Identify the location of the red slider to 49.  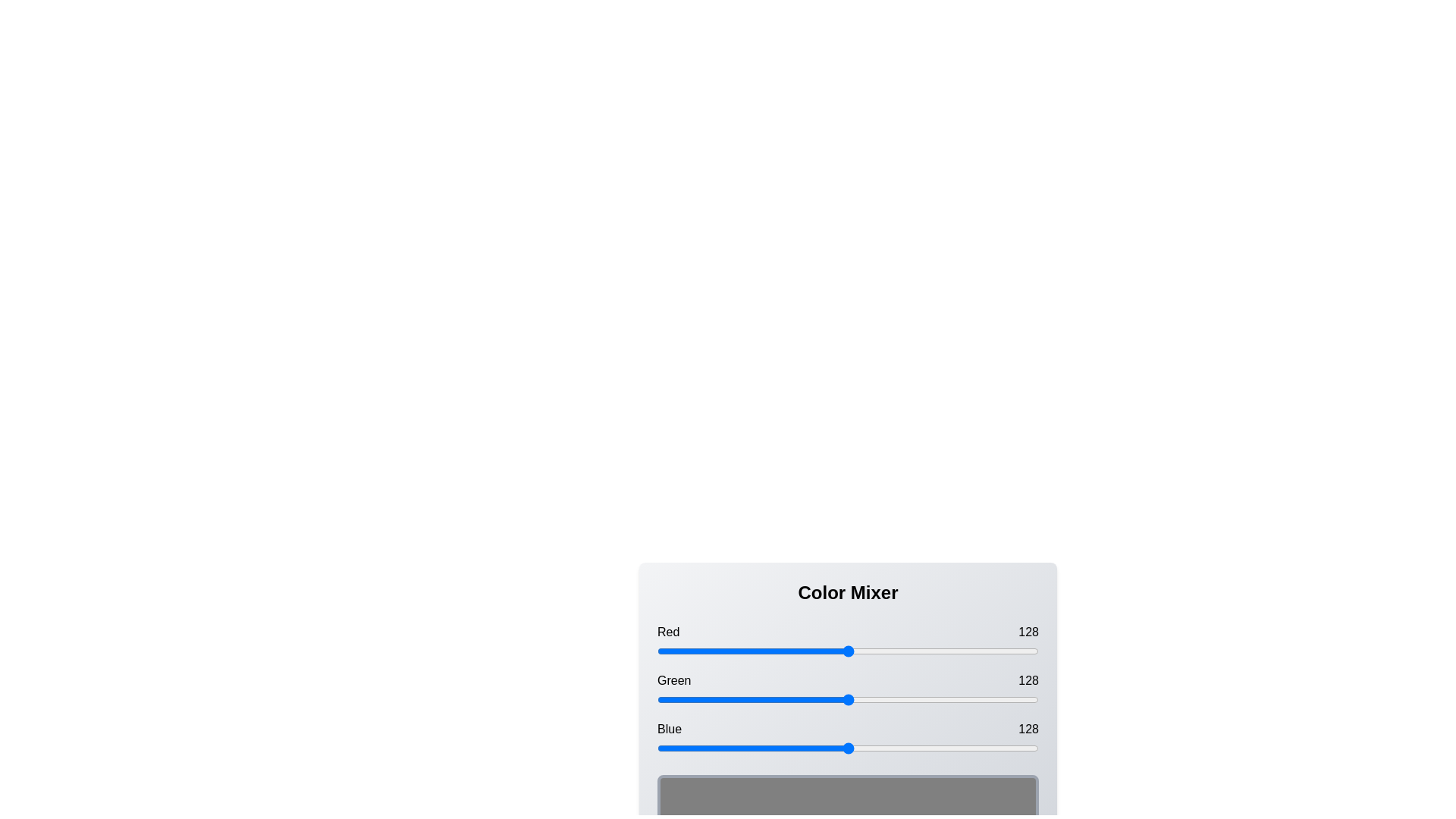
(730, 651).